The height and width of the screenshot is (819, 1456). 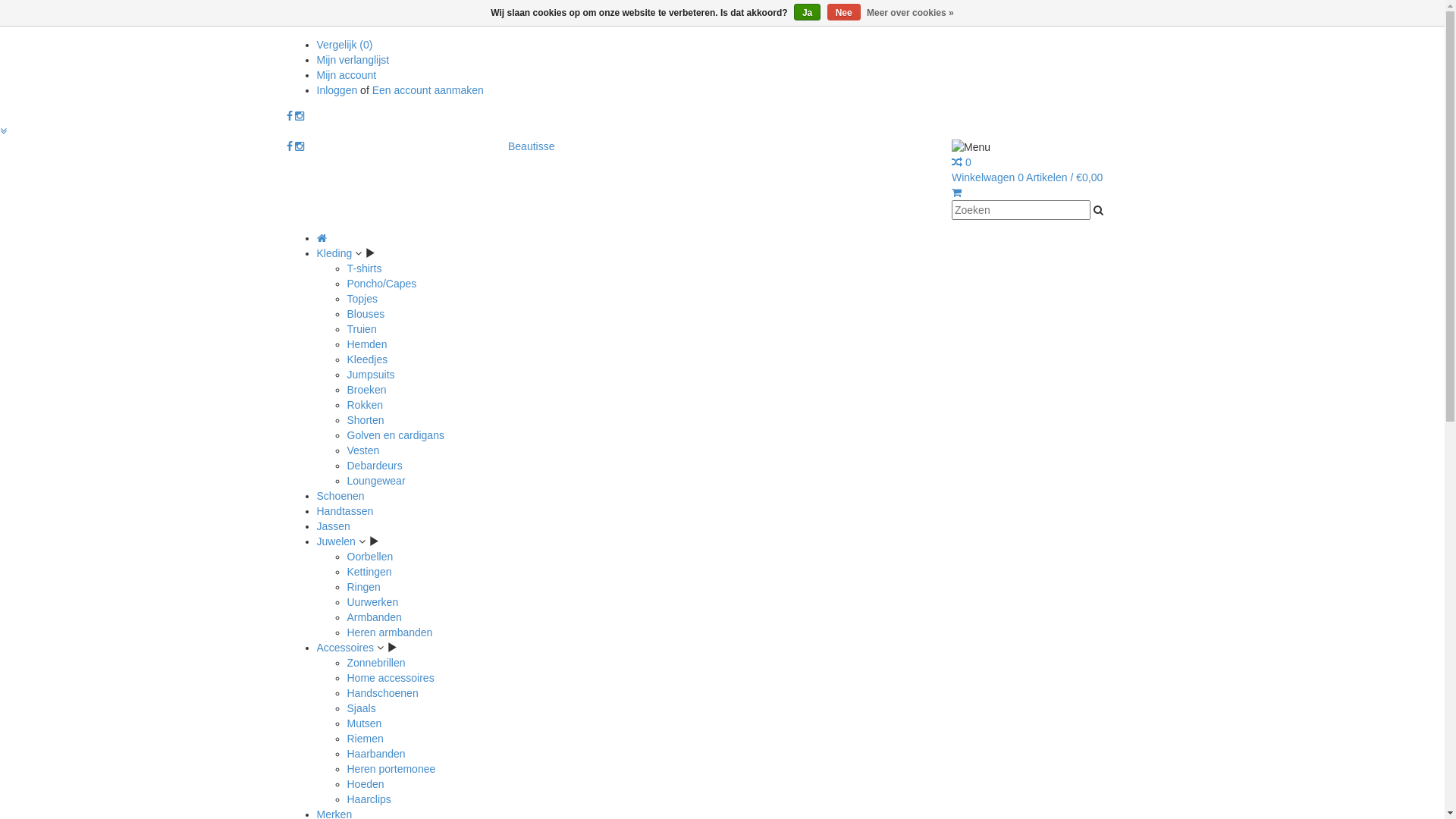 What do you see at coordinates (290, 146) in the screenshot?
I see `'Facebook Beautisse'` at bounding box center [290, 146].